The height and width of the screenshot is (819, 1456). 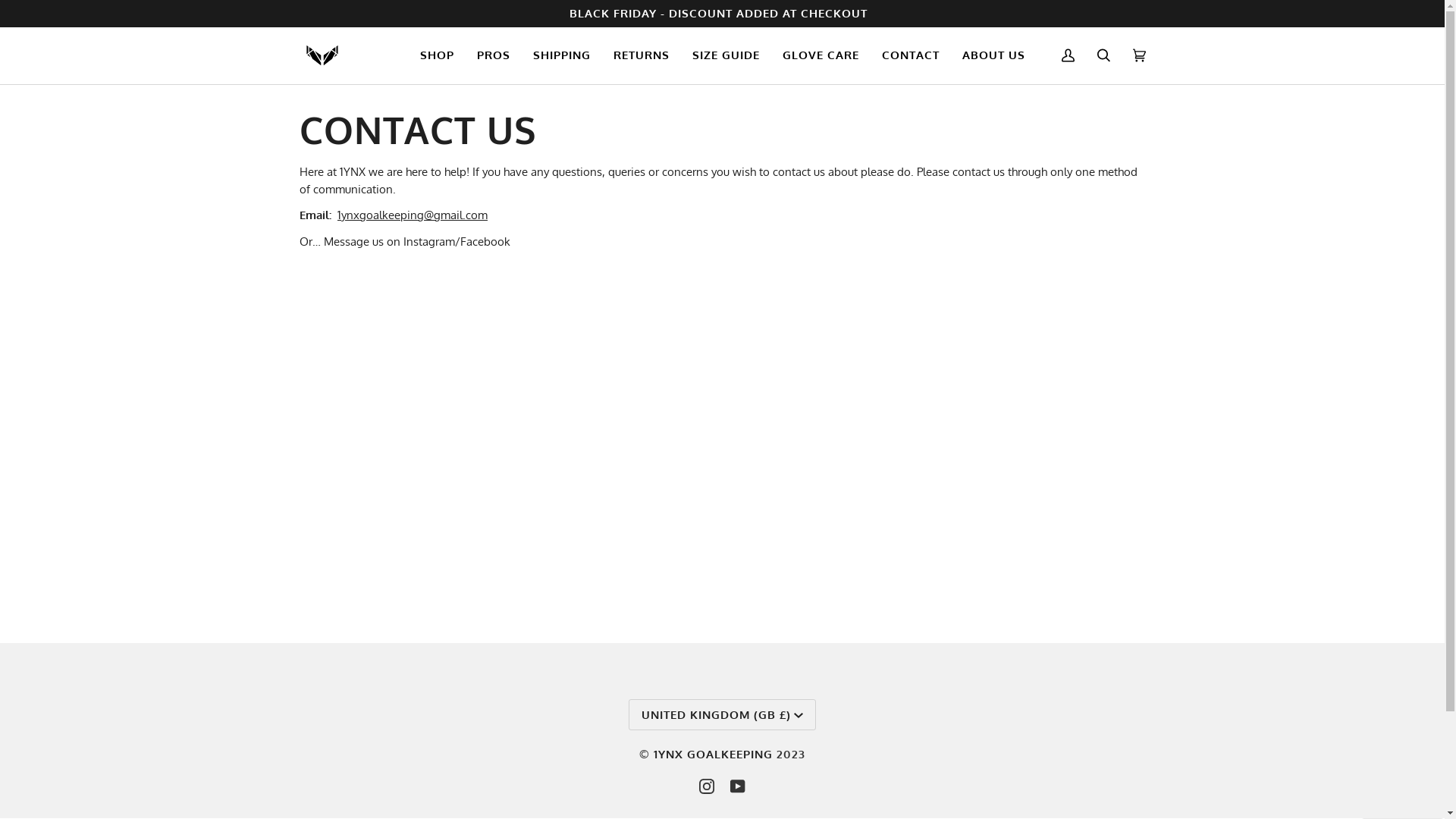 I want to click on 'ABOUT US', so click(x=949, y=55).